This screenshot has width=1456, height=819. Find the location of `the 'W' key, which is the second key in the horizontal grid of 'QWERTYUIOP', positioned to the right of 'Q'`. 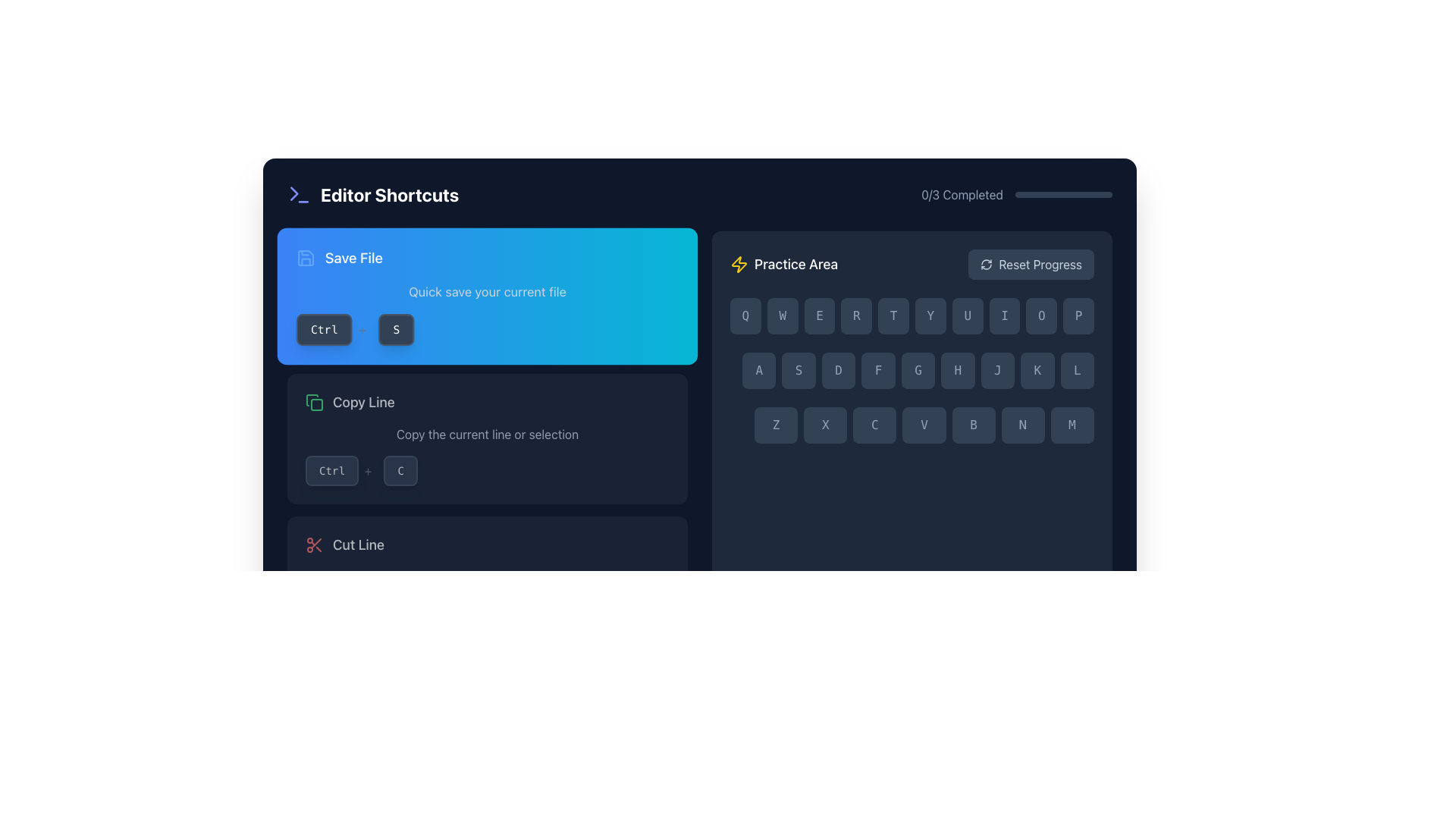

the 'W' key, which is the second key in the horizontal grid of 'QWERTYUIOP', positioned to the right of 'Q' is located at coordinates (783, 315).